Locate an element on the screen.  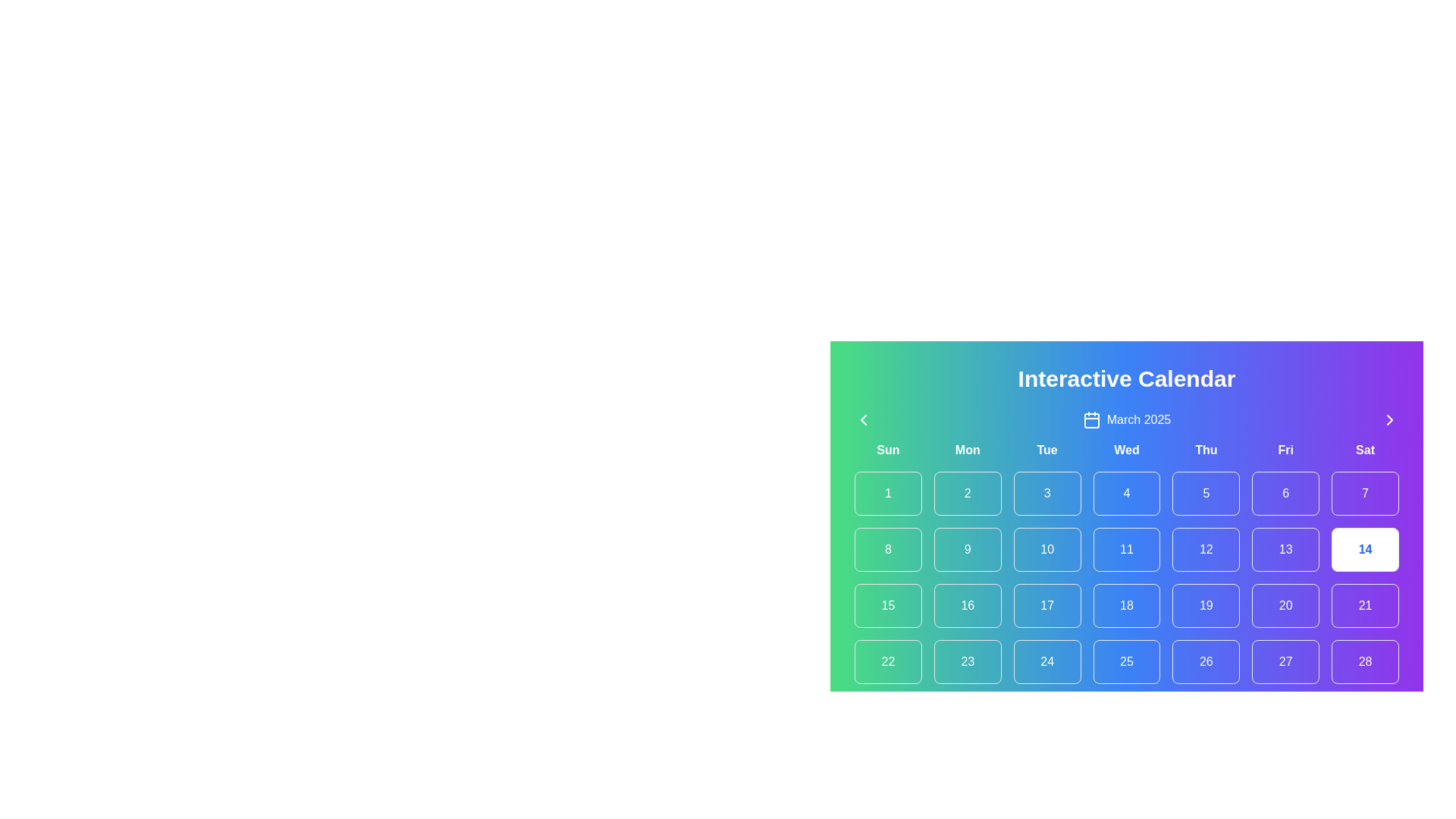
the '26th' date button in the calendar interface is located at coordinates (1205, 661).